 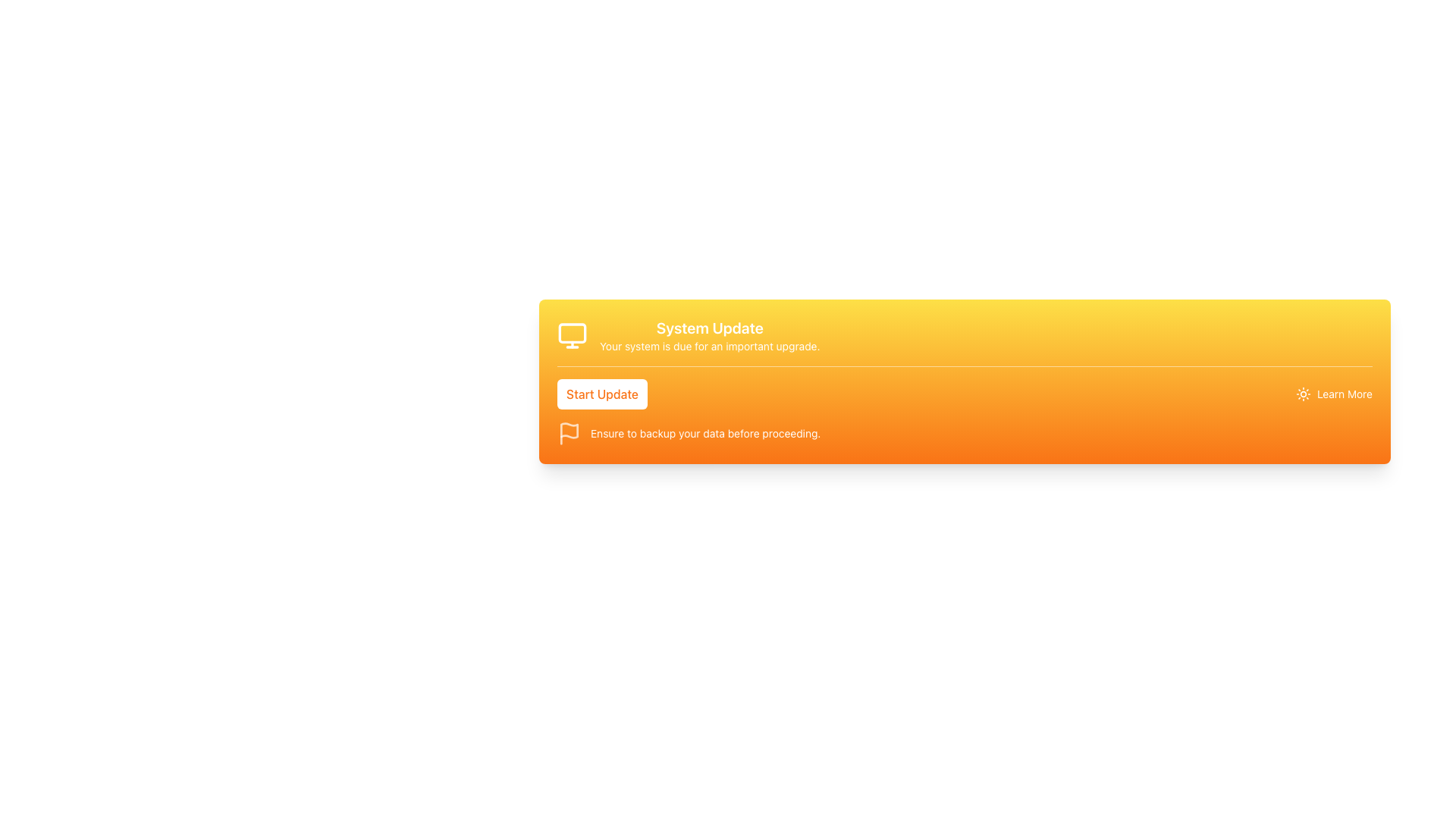 I want to click on the system update button located near the left edge of its group to initiate the update process, so click(x=601, y=394).